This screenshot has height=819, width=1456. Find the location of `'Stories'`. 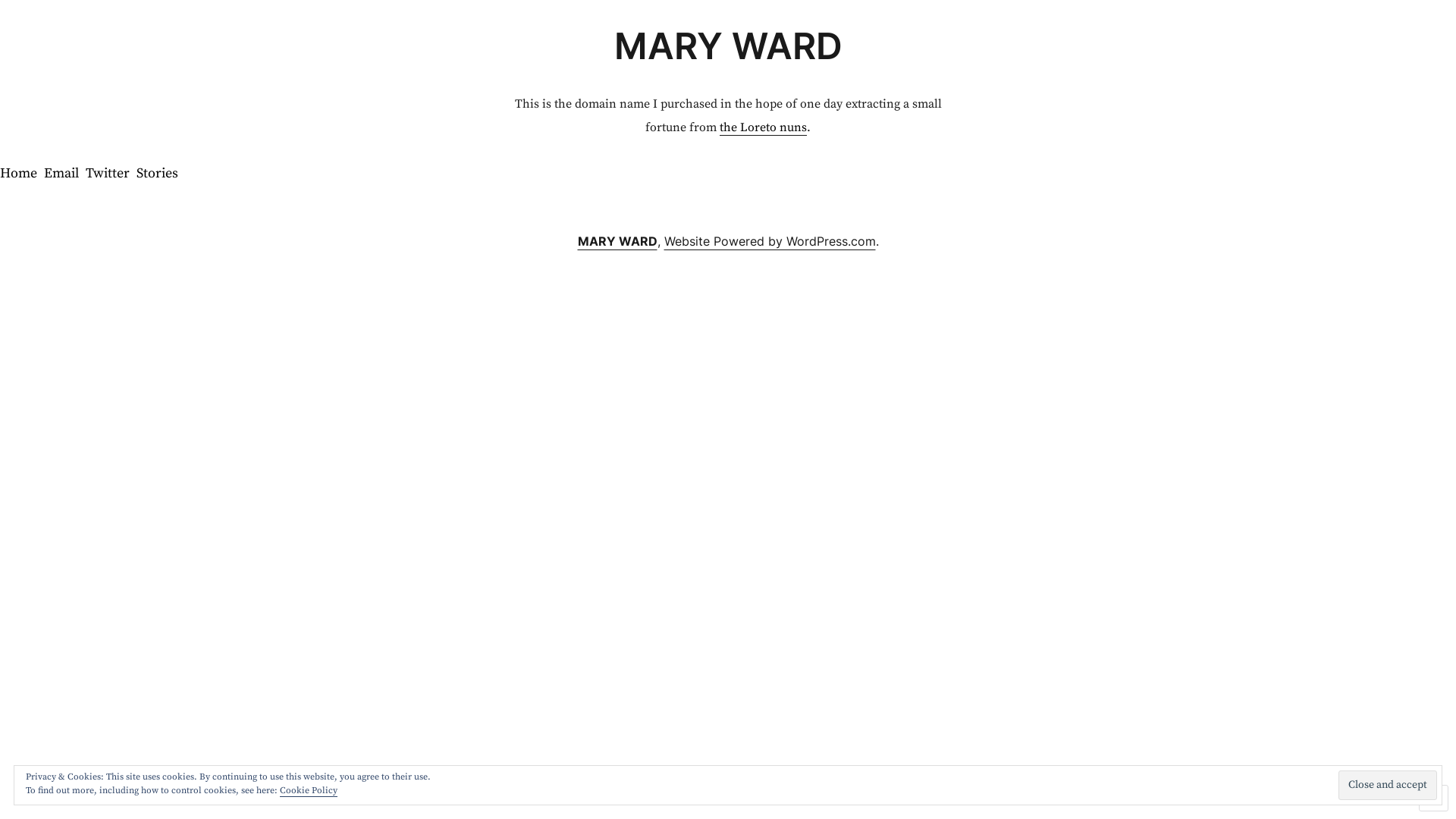

'Stories' is located at coordinates (136, 174).